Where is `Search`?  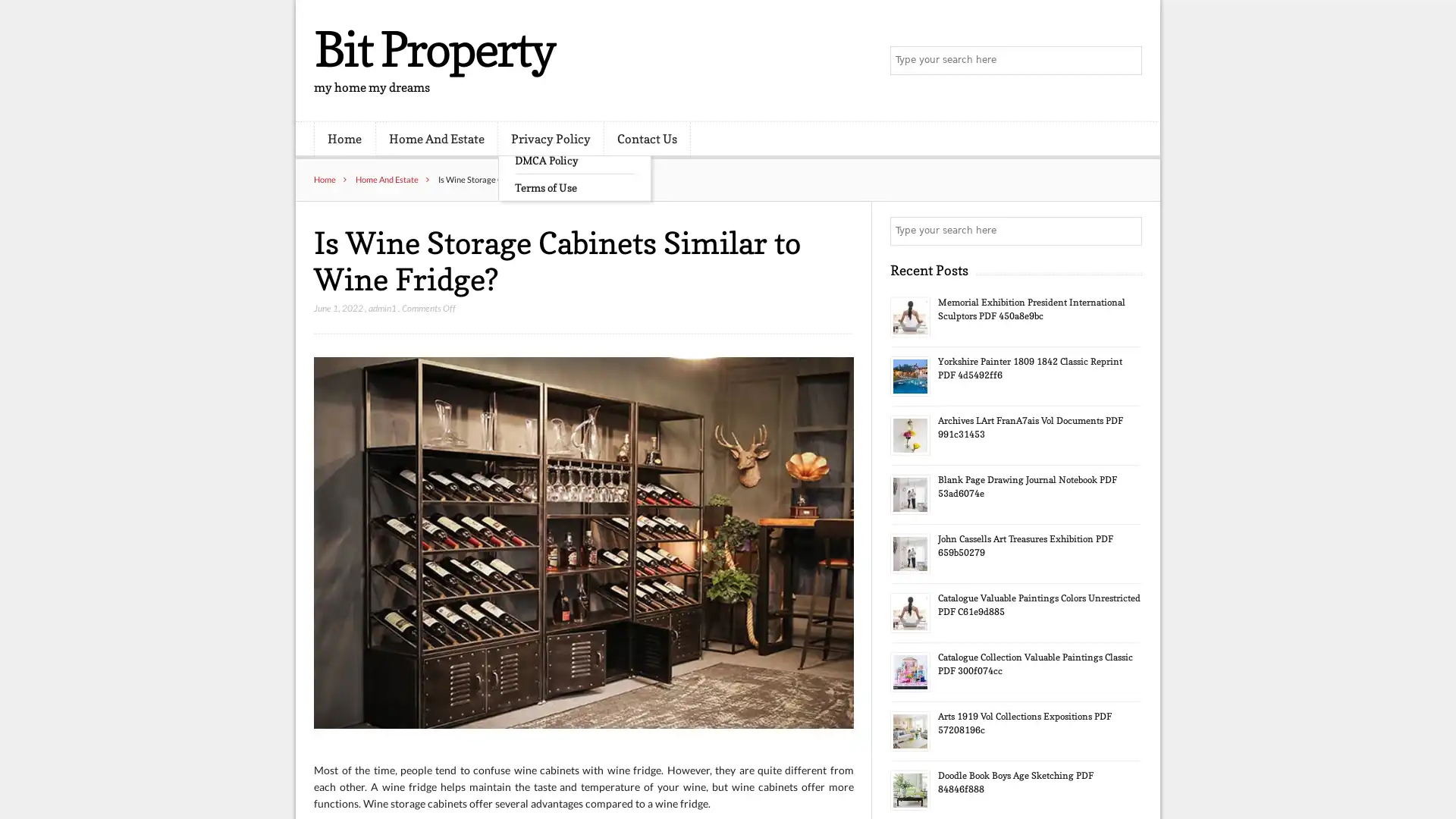 Search is located at coordinates (1126, 61).